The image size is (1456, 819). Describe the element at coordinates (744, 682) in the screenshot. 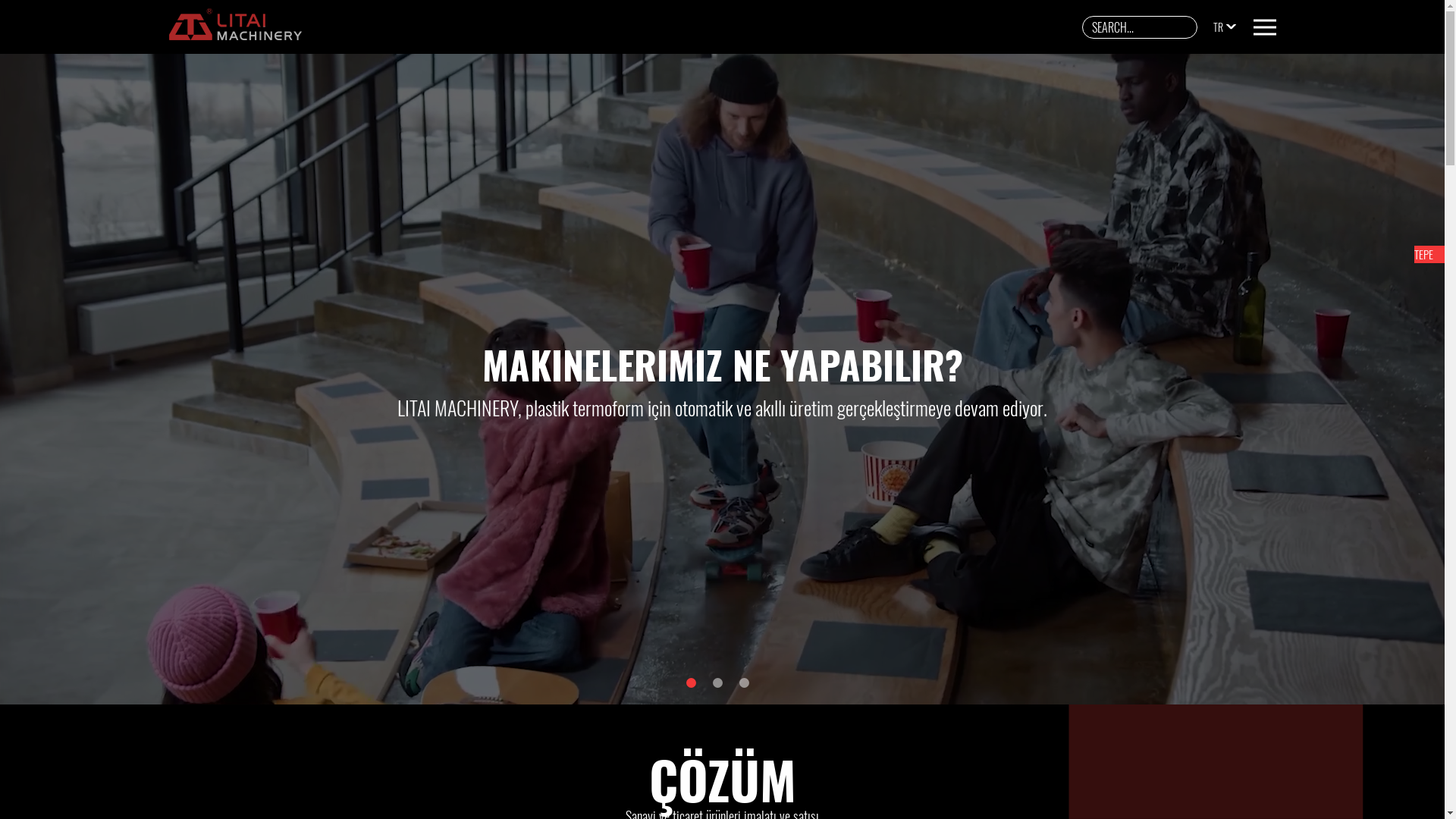

I see `'3'` at that location.